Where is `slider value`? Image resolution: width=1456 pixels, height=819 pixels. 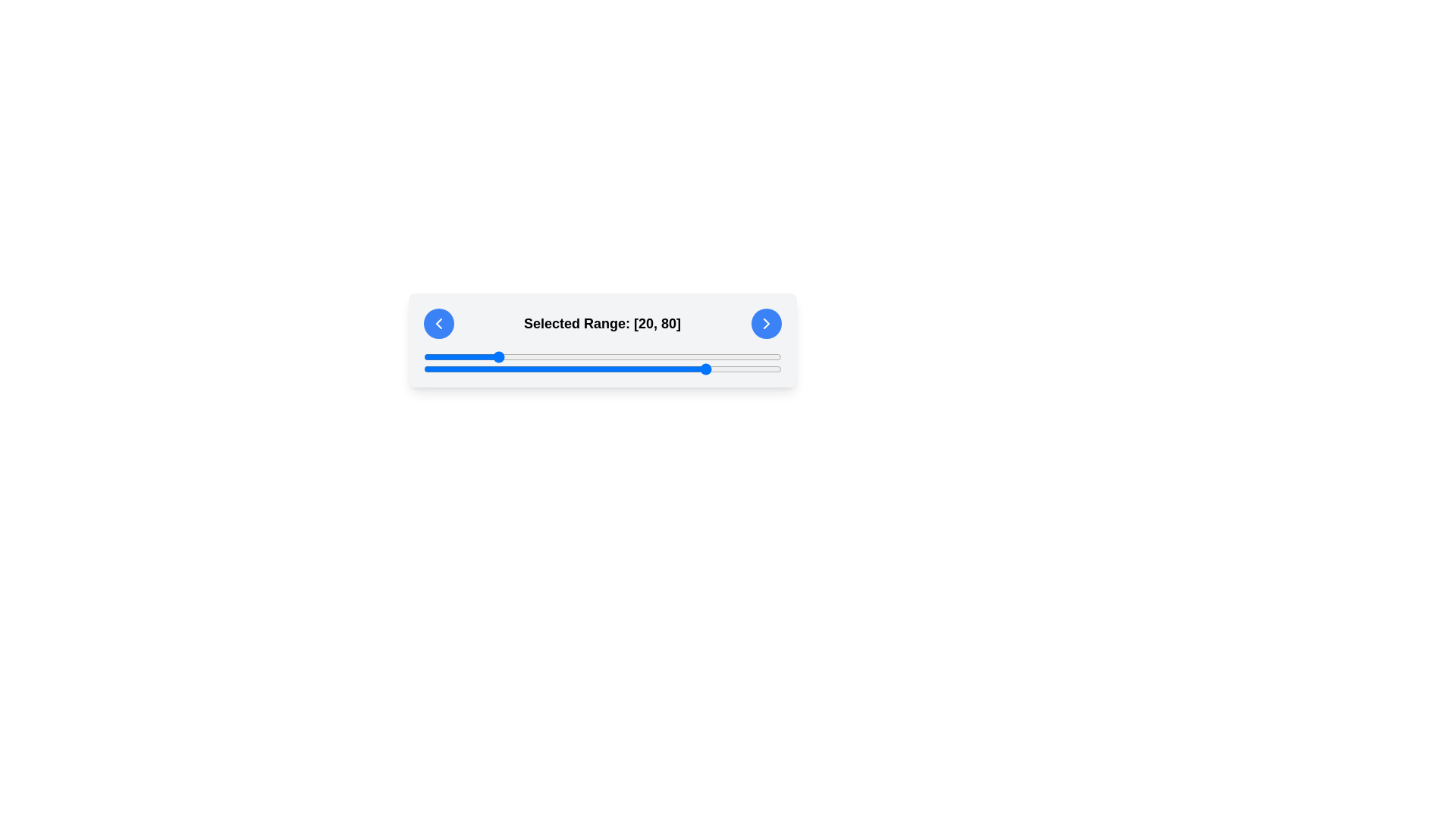 slider value is located at coordinates (469, 356).